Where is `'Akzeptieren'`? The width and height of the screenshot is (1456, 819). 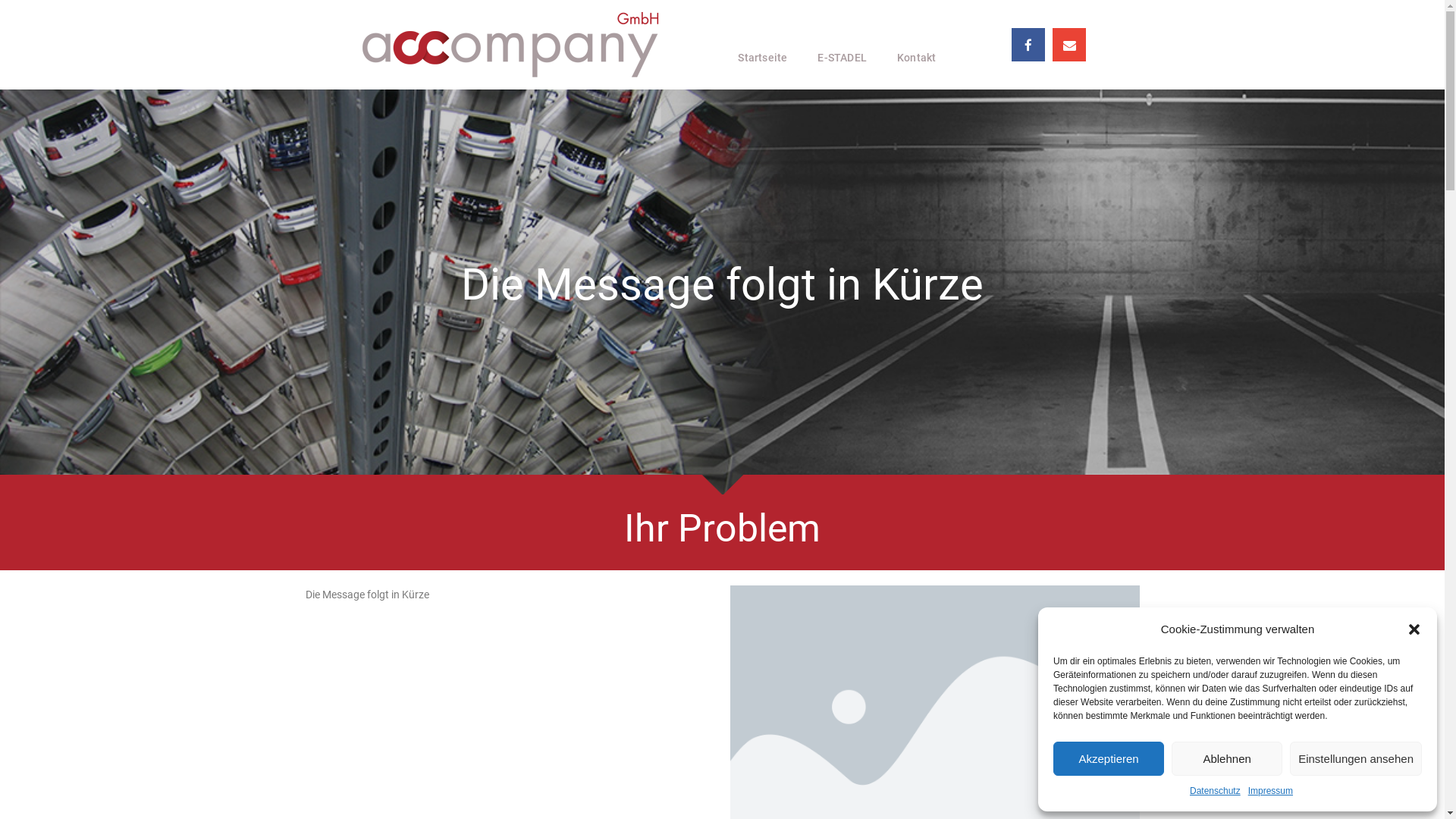
'Akzeptieren' is located at coordinates (1109, 758).